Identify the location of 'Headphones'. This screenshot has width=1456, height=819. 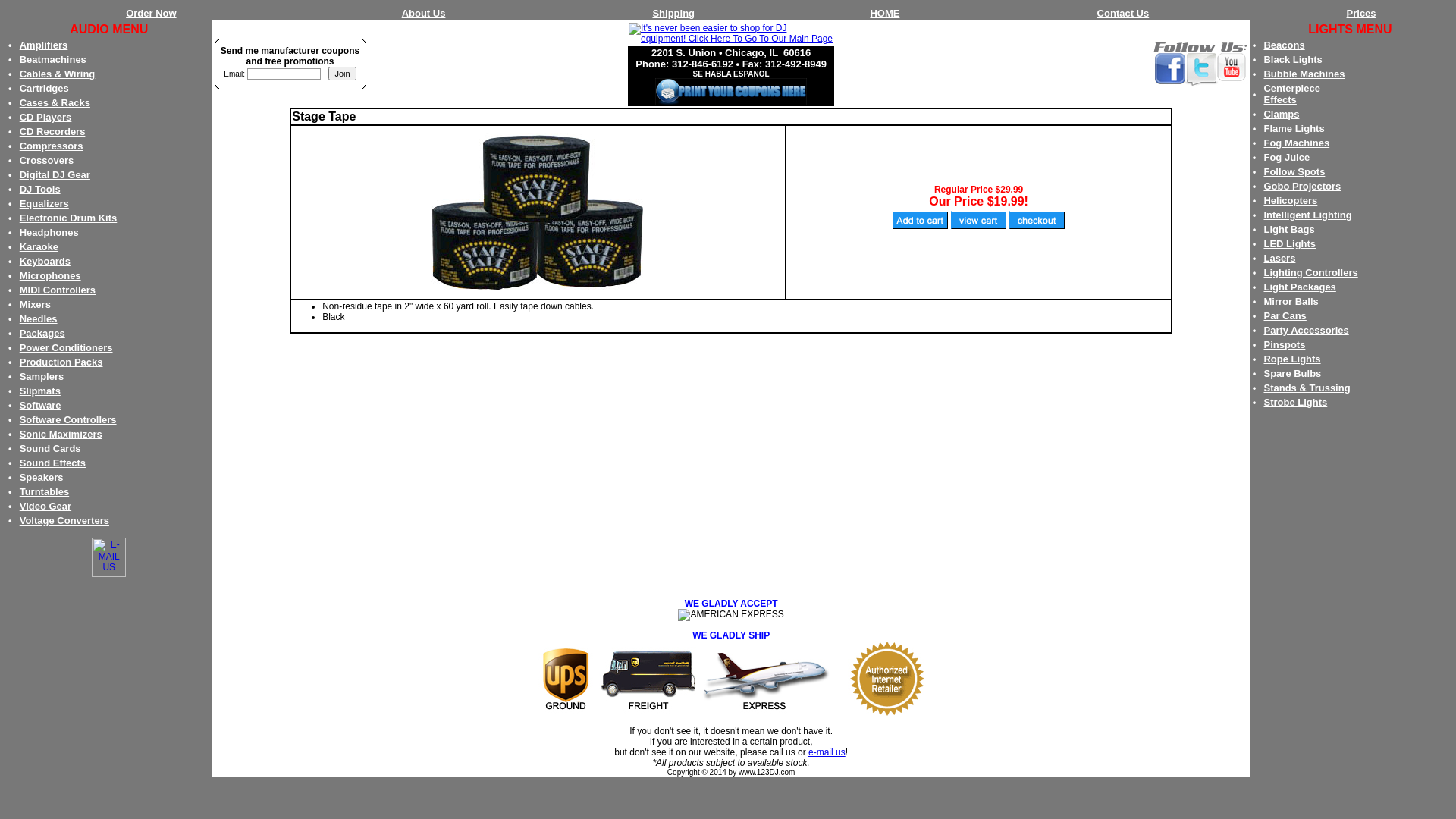
(49, 232).